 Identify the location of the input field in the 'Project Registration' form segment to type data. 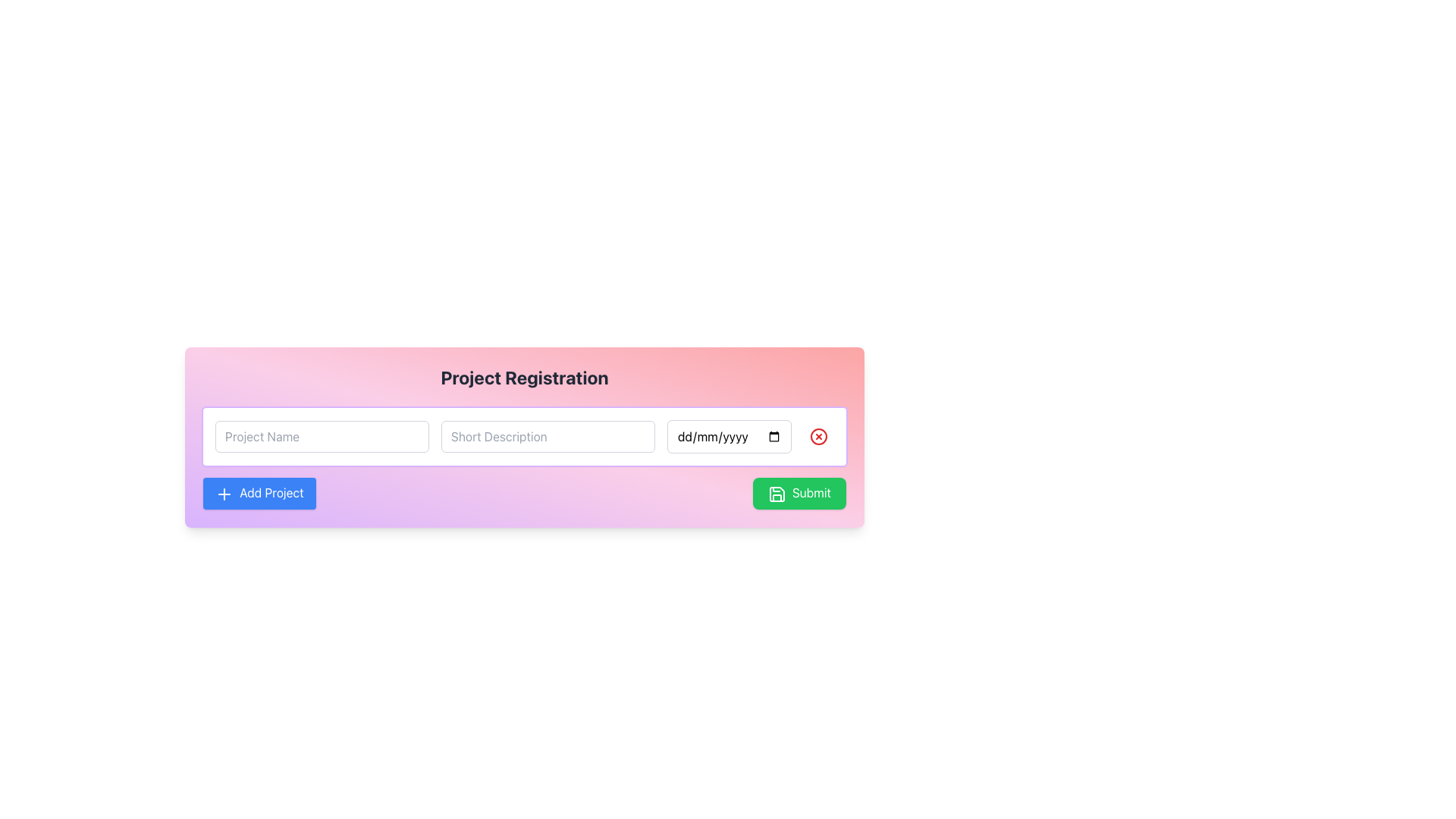
(524, 457).